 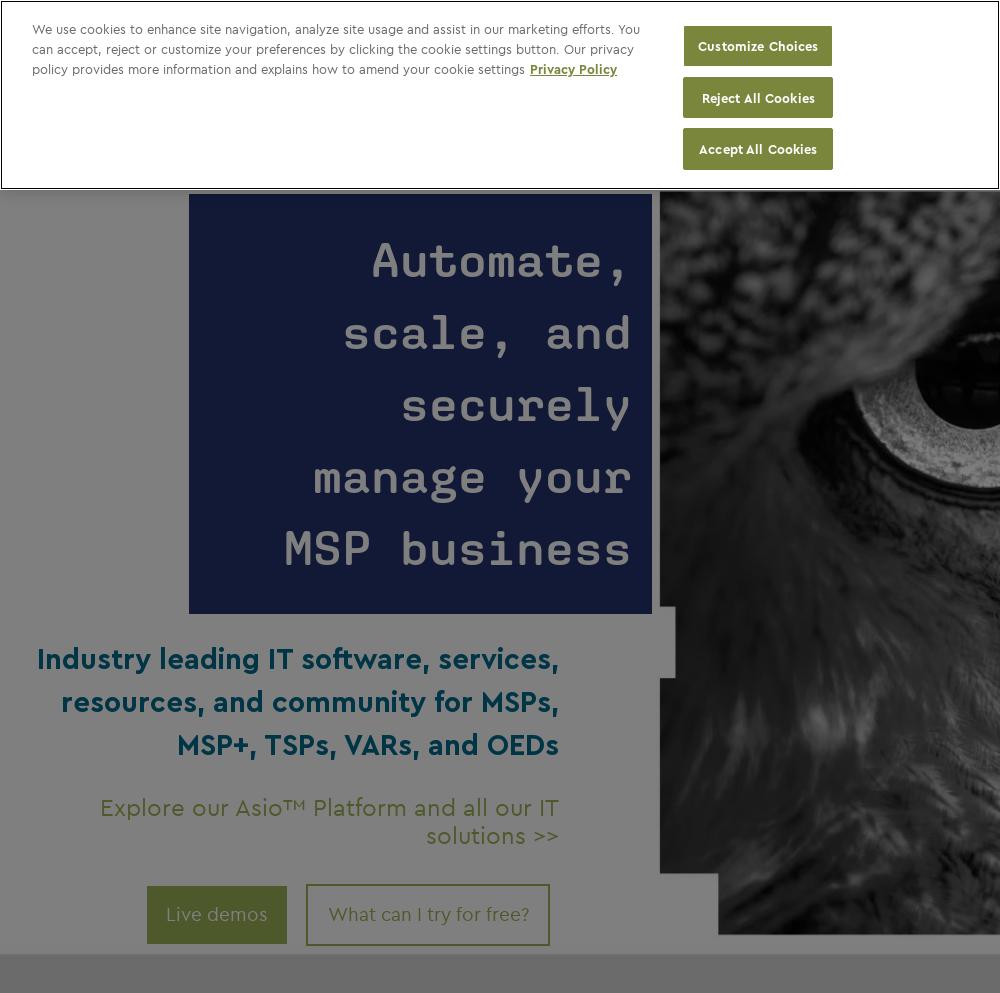 I want to click on 'Explore our Asio™ Platform and all our IT solution', so click(x=99, y=821).